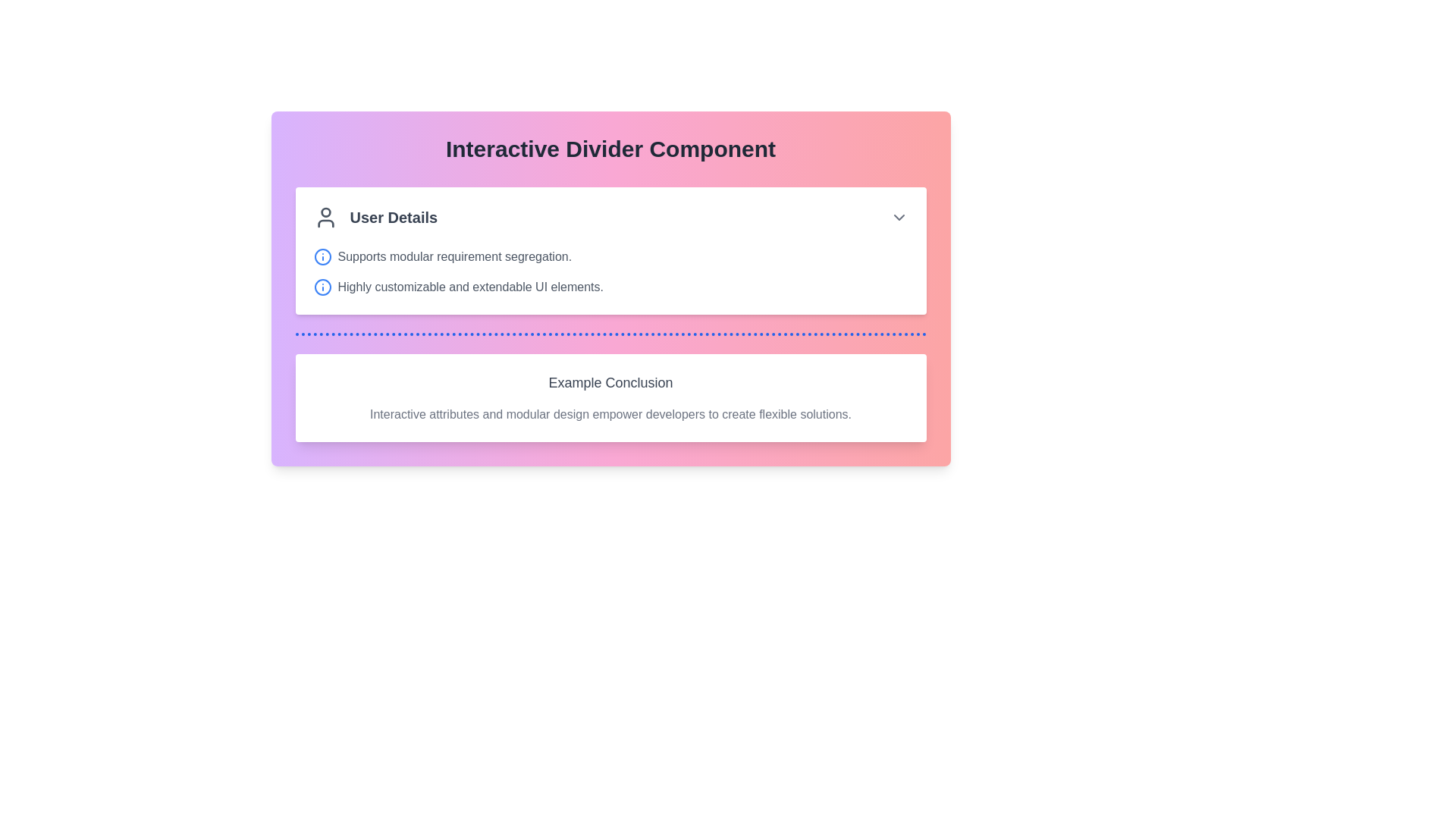 This screenshot has height=819, width=1456. Describe the element at coordinates (610, 333) in the screenshot. I see `the horizontal dotted blue divider line that separates the 'User Details' section from the 'Example Conclusion' section` at that location.